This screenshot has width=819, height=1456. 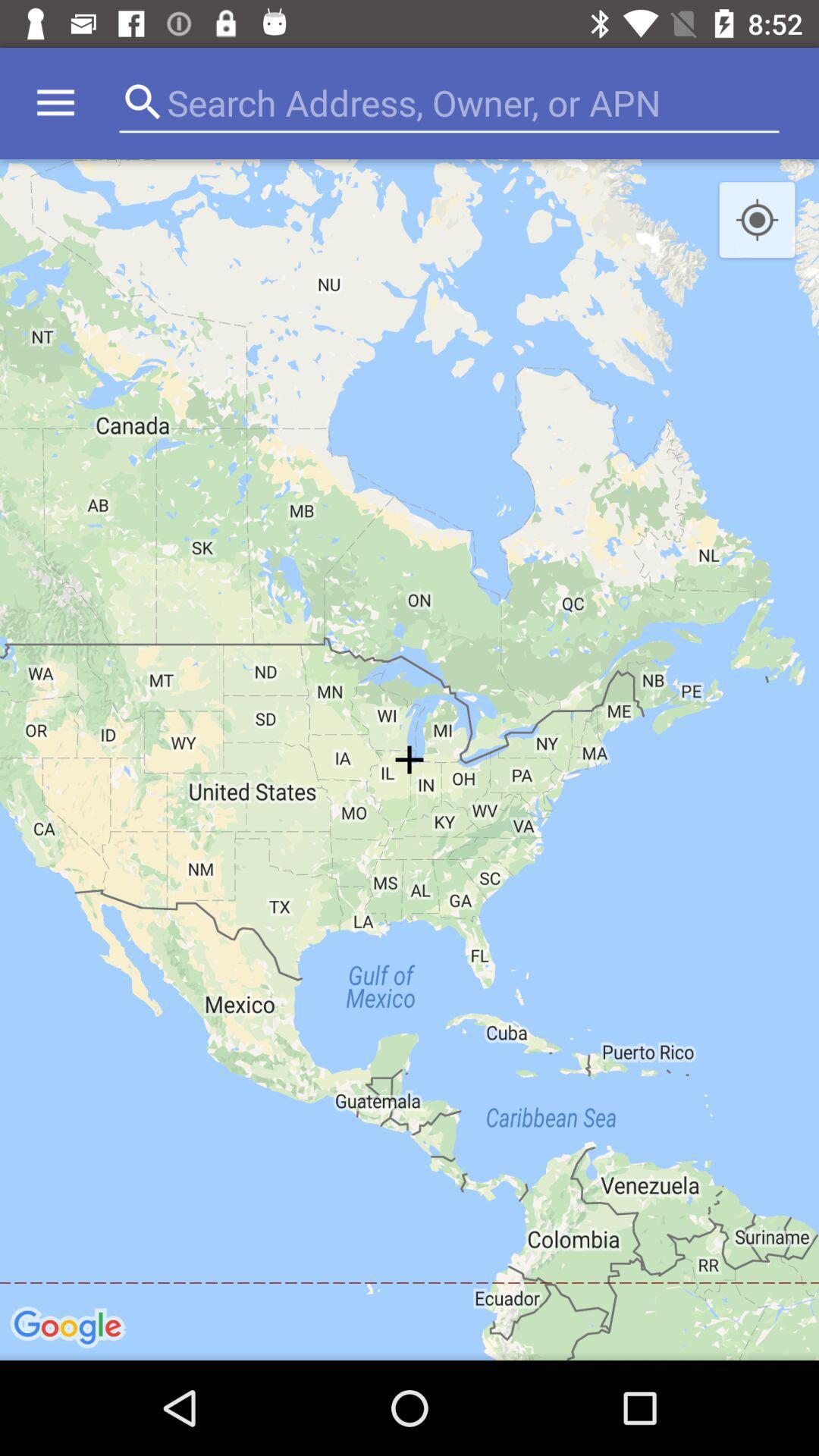 What do you see at coordinates (757, 220) in the screenshot?
I see `the location_crosshair icon` at bounding box center [757, 220].